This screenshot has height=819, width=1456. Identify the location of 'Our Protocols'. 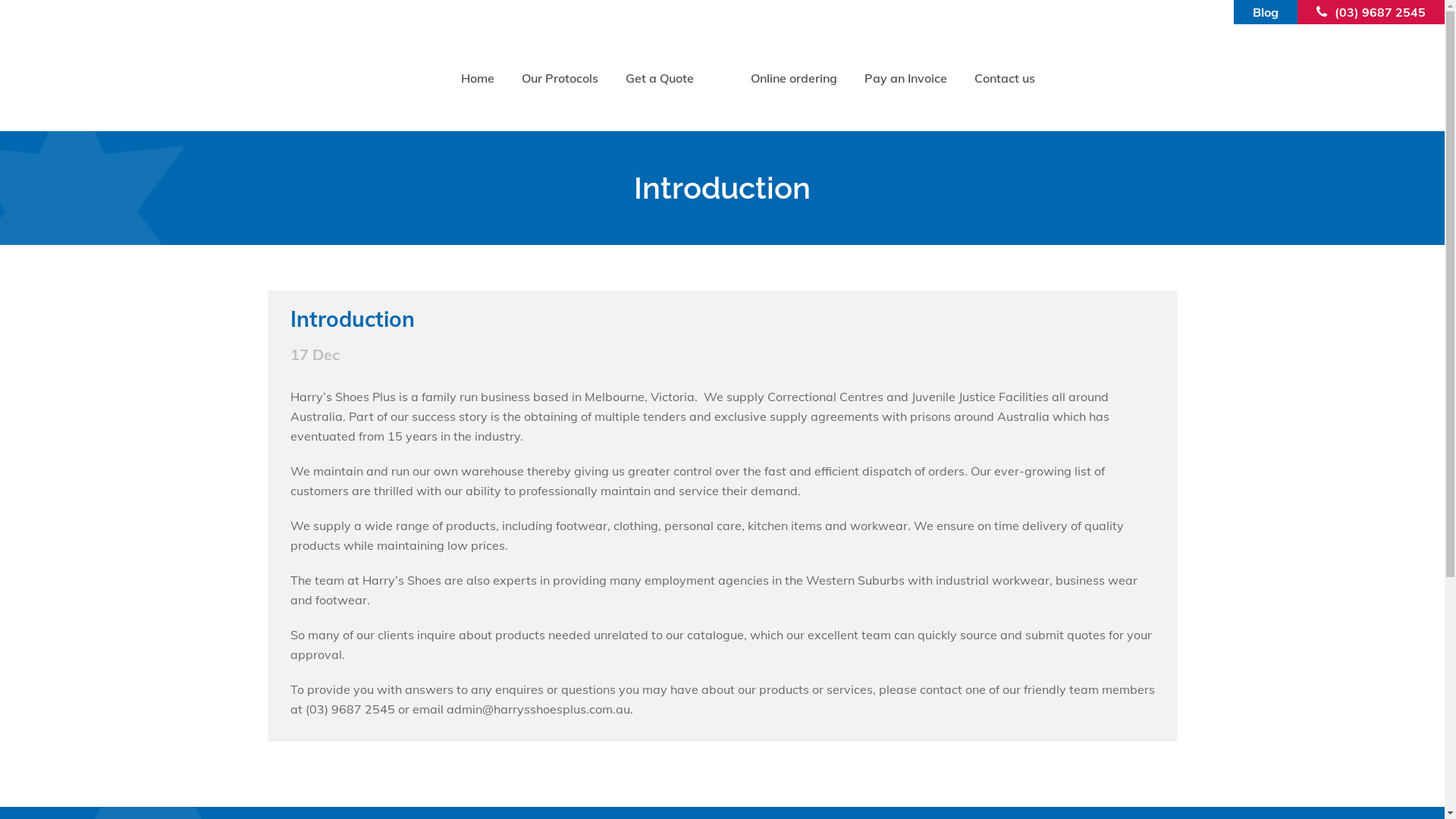
(508, 78).